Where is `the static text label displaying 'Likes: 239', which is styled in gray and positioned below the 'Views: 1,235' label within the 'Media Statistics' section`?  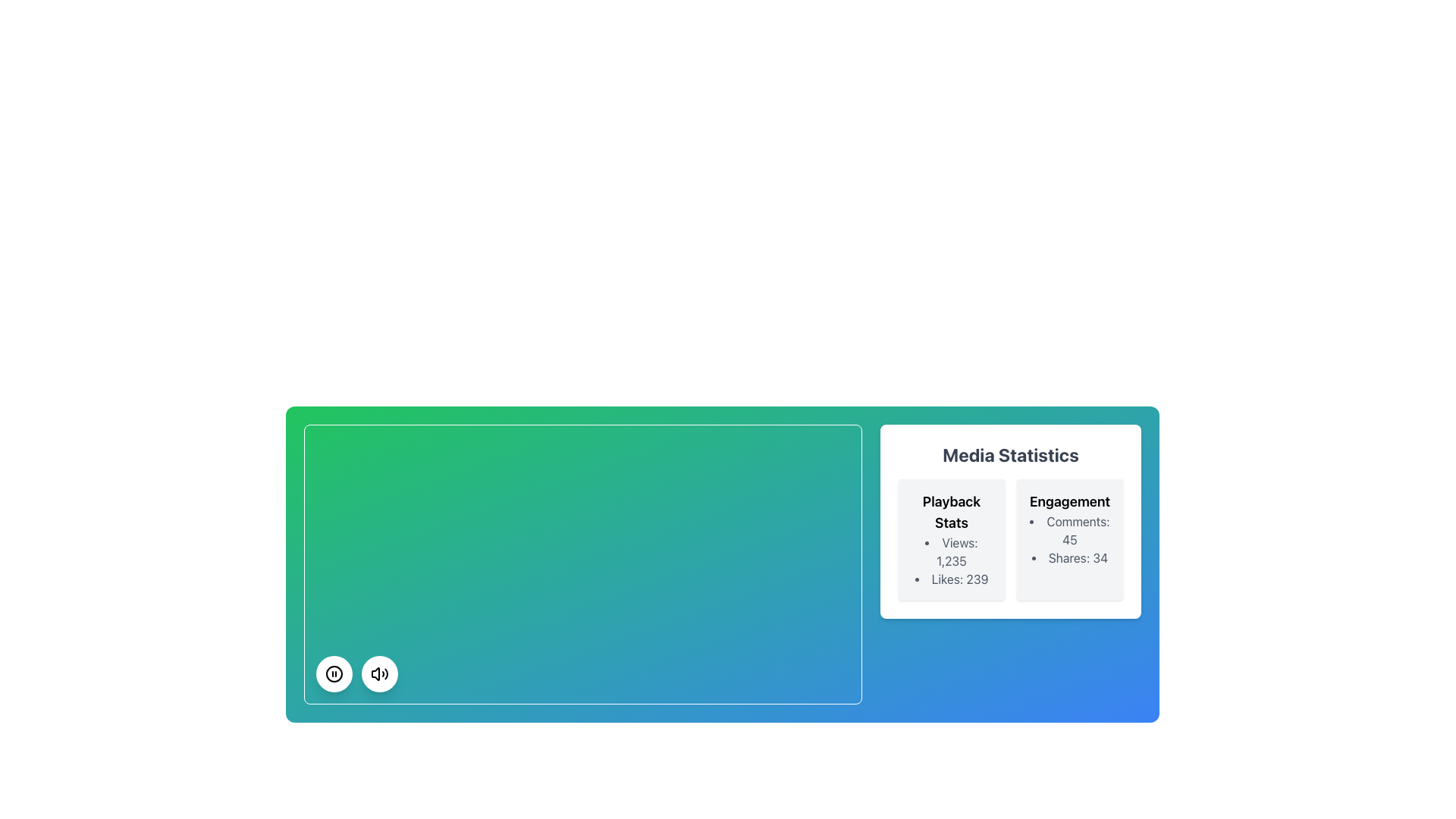 the static text label displaying 'Likes: 239', which is styled in gray and positioned below the 'Views: 1,235' label within the 'Media Statistics' section is located at coordinates (950, 579).